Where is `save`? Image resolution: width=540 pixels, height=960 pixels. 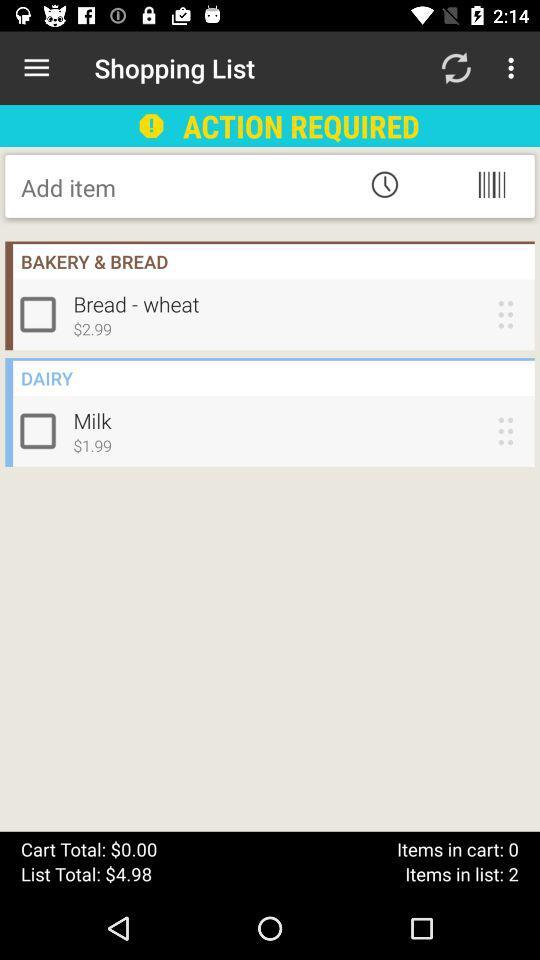
save is located at coordinates (181, 187).